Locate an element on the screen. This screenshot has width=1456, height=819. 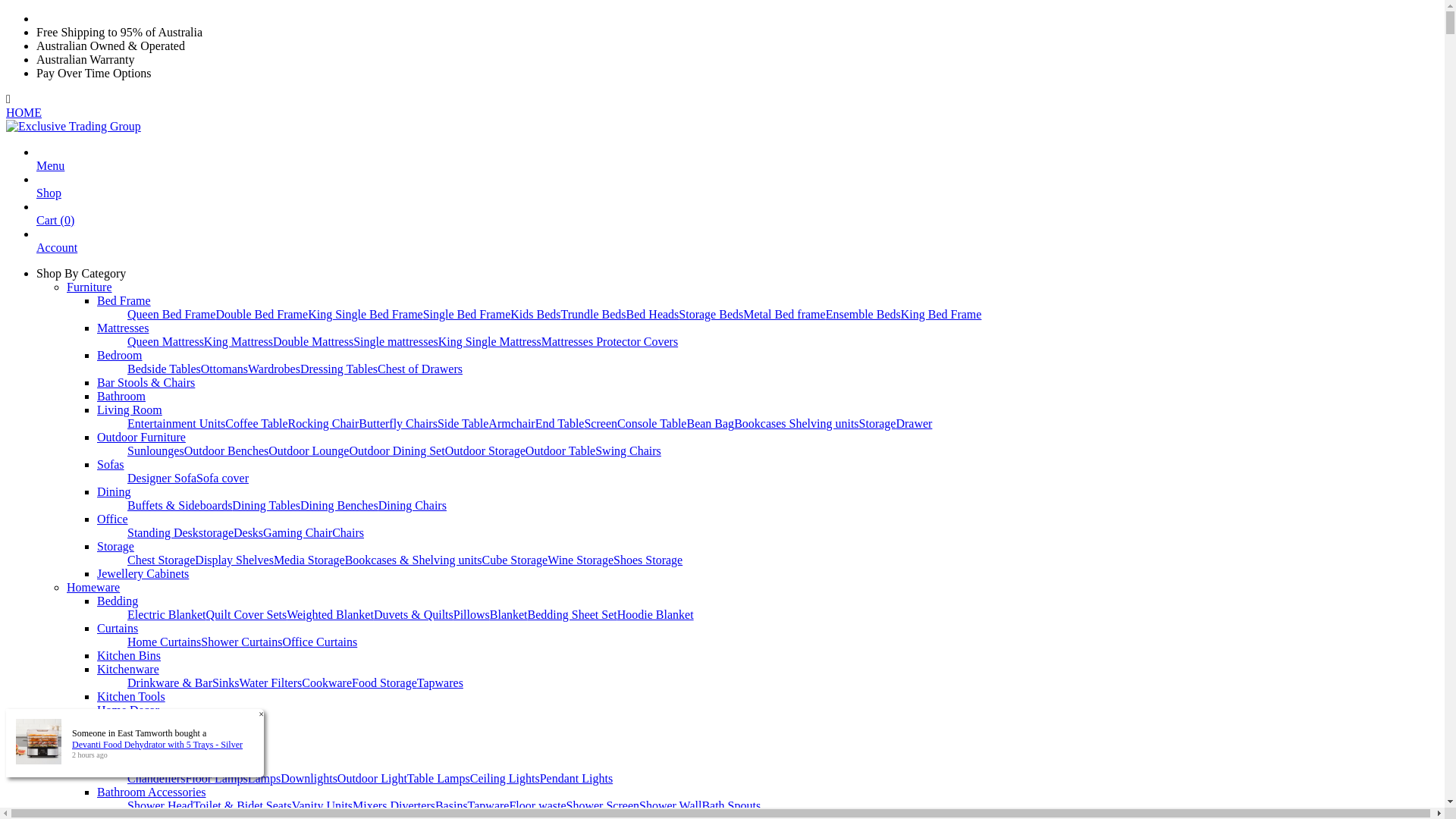
'Bathroom Accessories' is located at coordinates (152, 791).